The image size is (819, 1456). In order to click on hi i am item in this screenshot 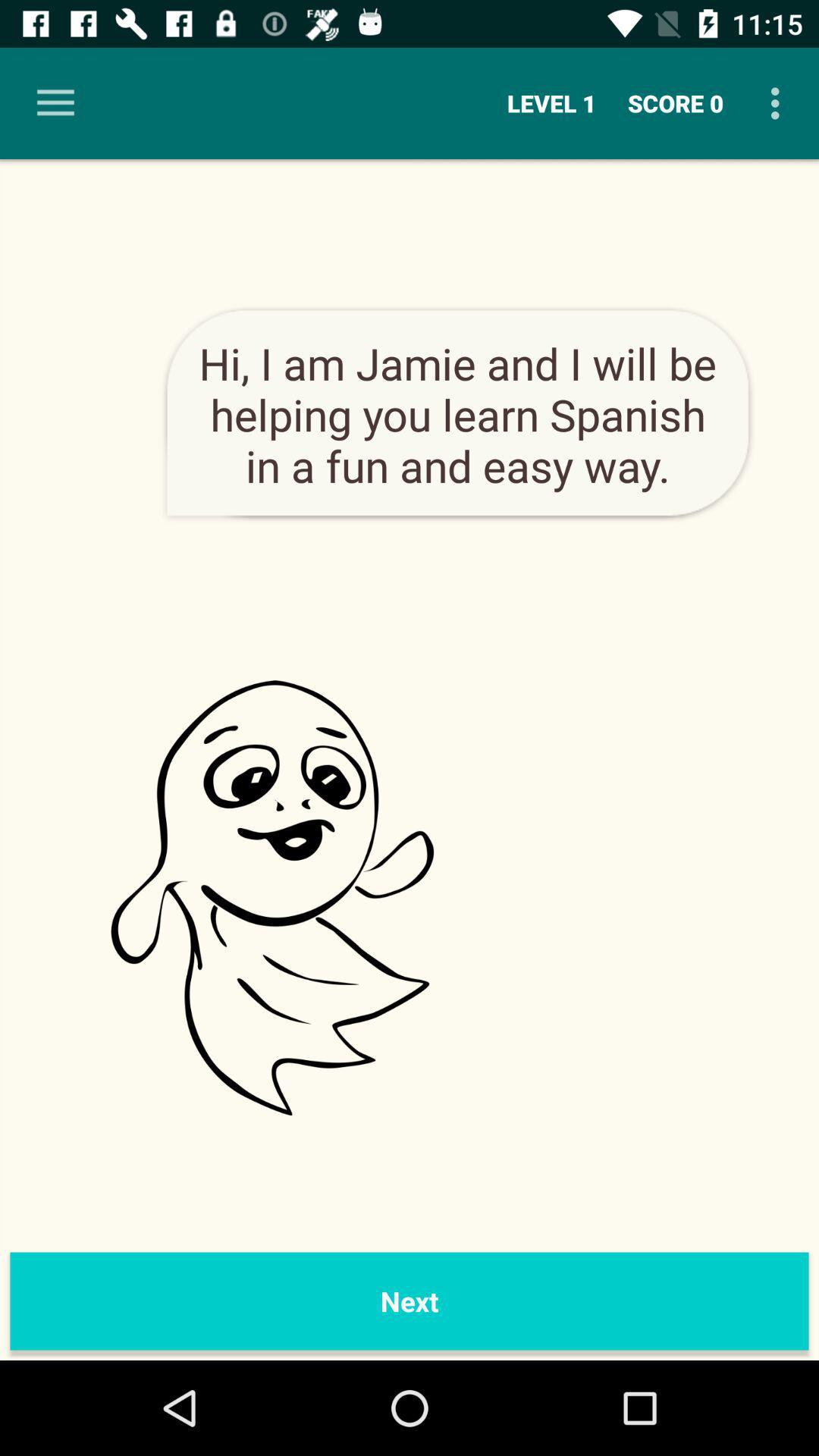, I will do `click(457, 414)`.